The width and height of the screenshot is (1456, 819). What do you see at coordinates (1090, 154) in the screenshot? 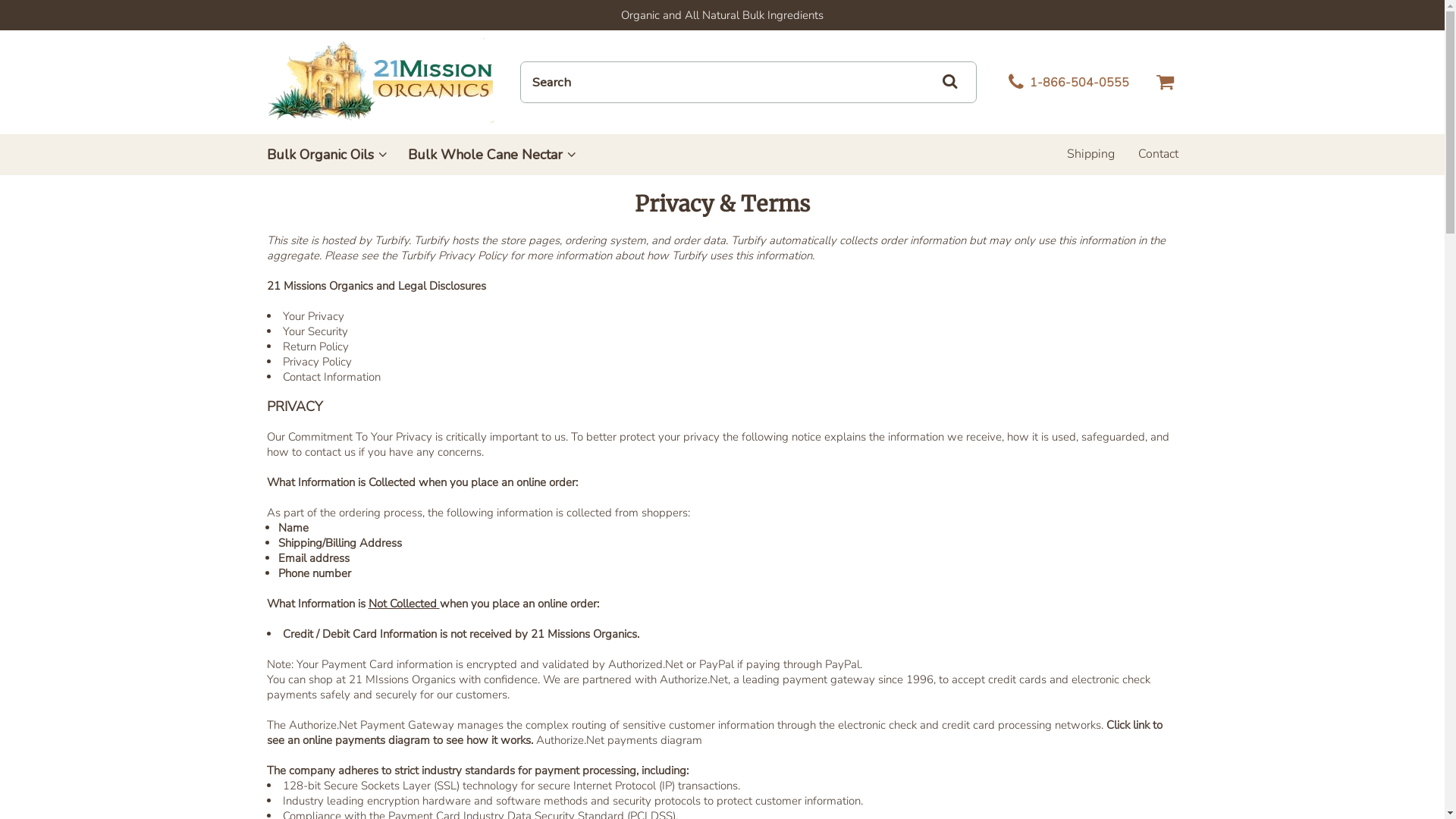
I see `'Shipping'` at bounding box center [1090, 154].